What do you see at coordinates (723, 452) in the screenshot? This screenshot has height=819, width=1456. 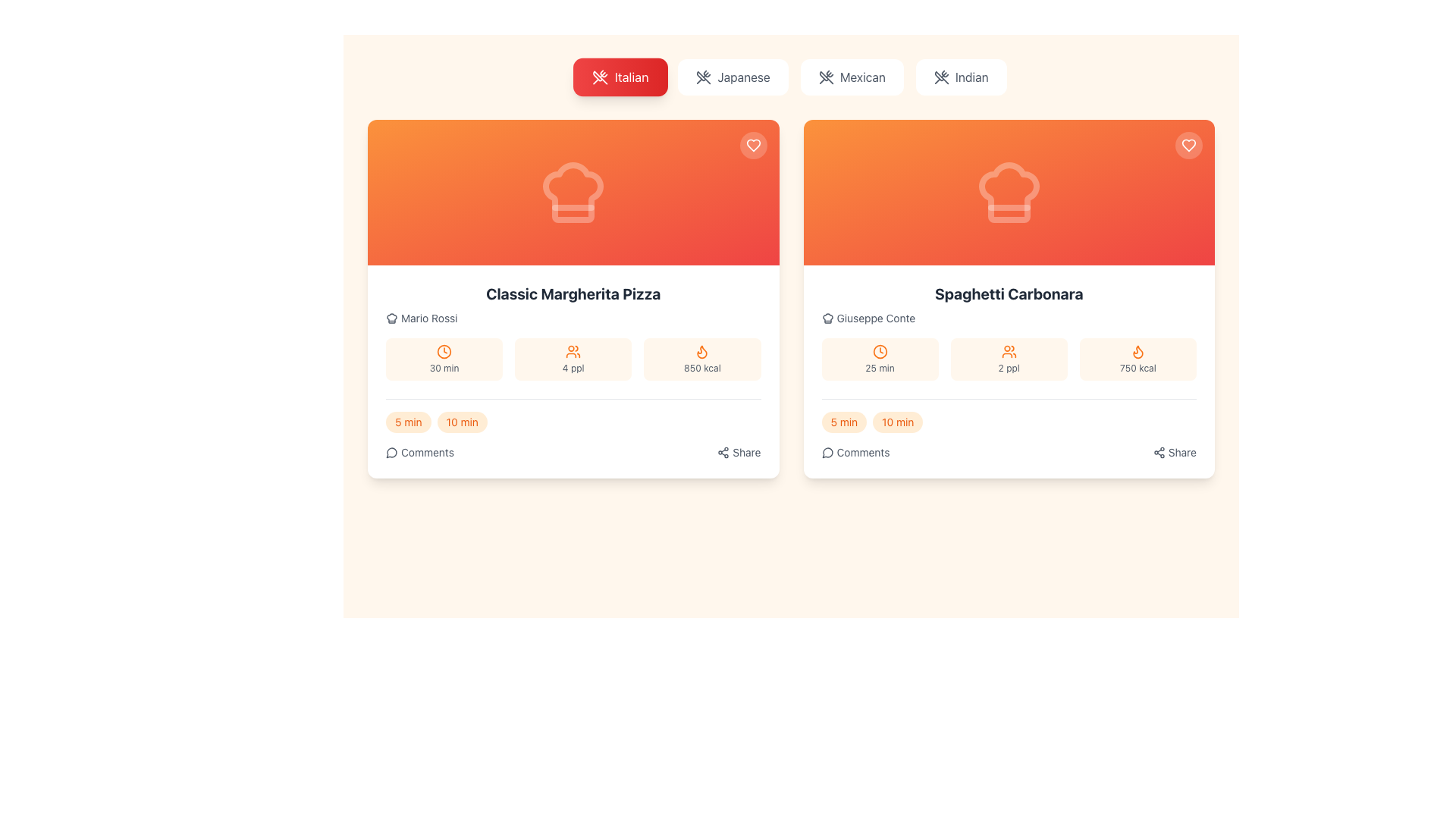 I see `the share icon located in the bottom-right corner of the 'Classic Margherita Pizza' card` at bounding box center [723, 452].